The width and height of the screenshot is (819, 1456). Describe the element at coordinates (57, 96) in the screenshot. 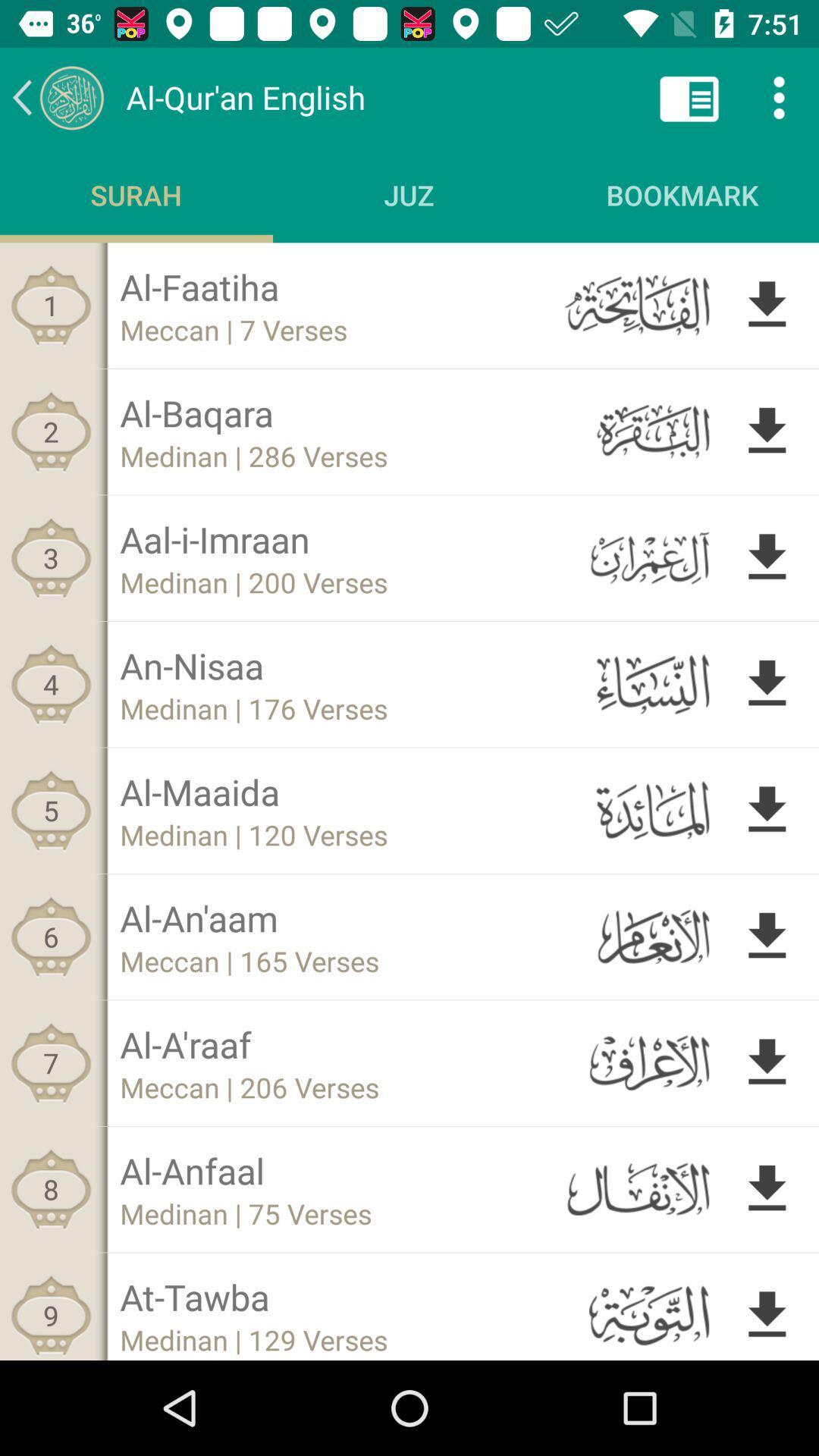

I see `pack word` at that location.